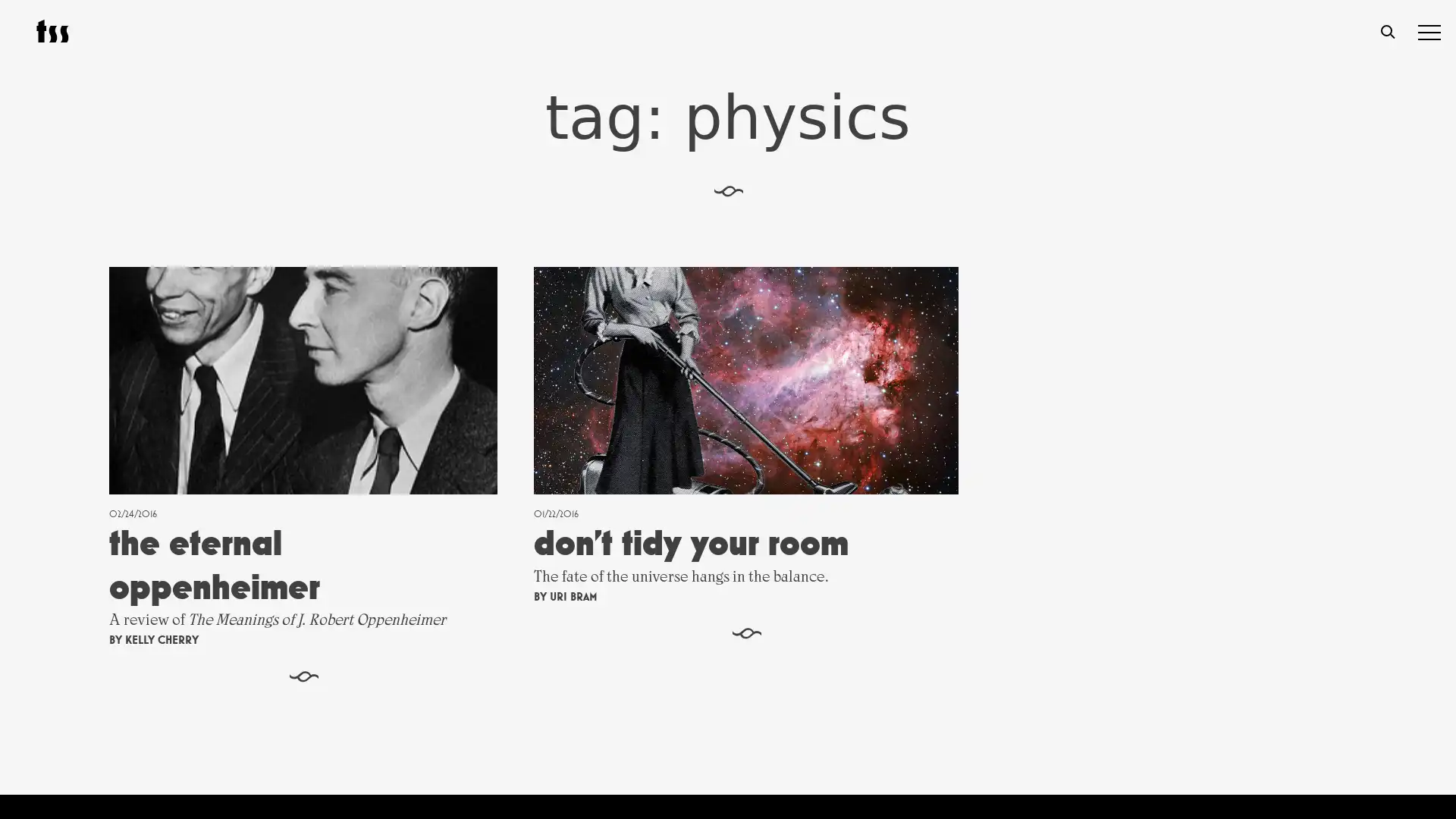 The image size is (1456, 819). Describe the element at coordinates (886, 657) in the screenshot. I see `Subscribe` at that location.